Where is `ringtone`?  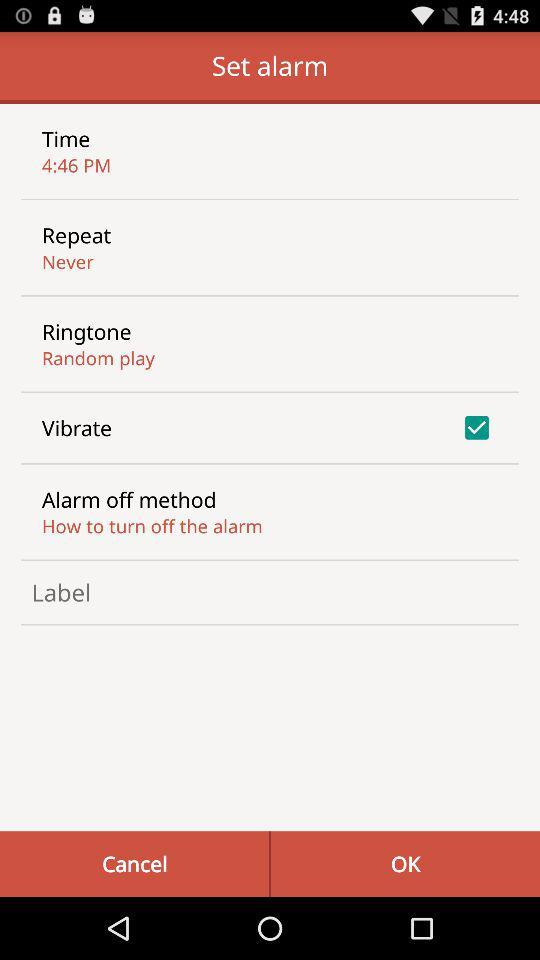
ringtone is located at coordinates (85, 331).